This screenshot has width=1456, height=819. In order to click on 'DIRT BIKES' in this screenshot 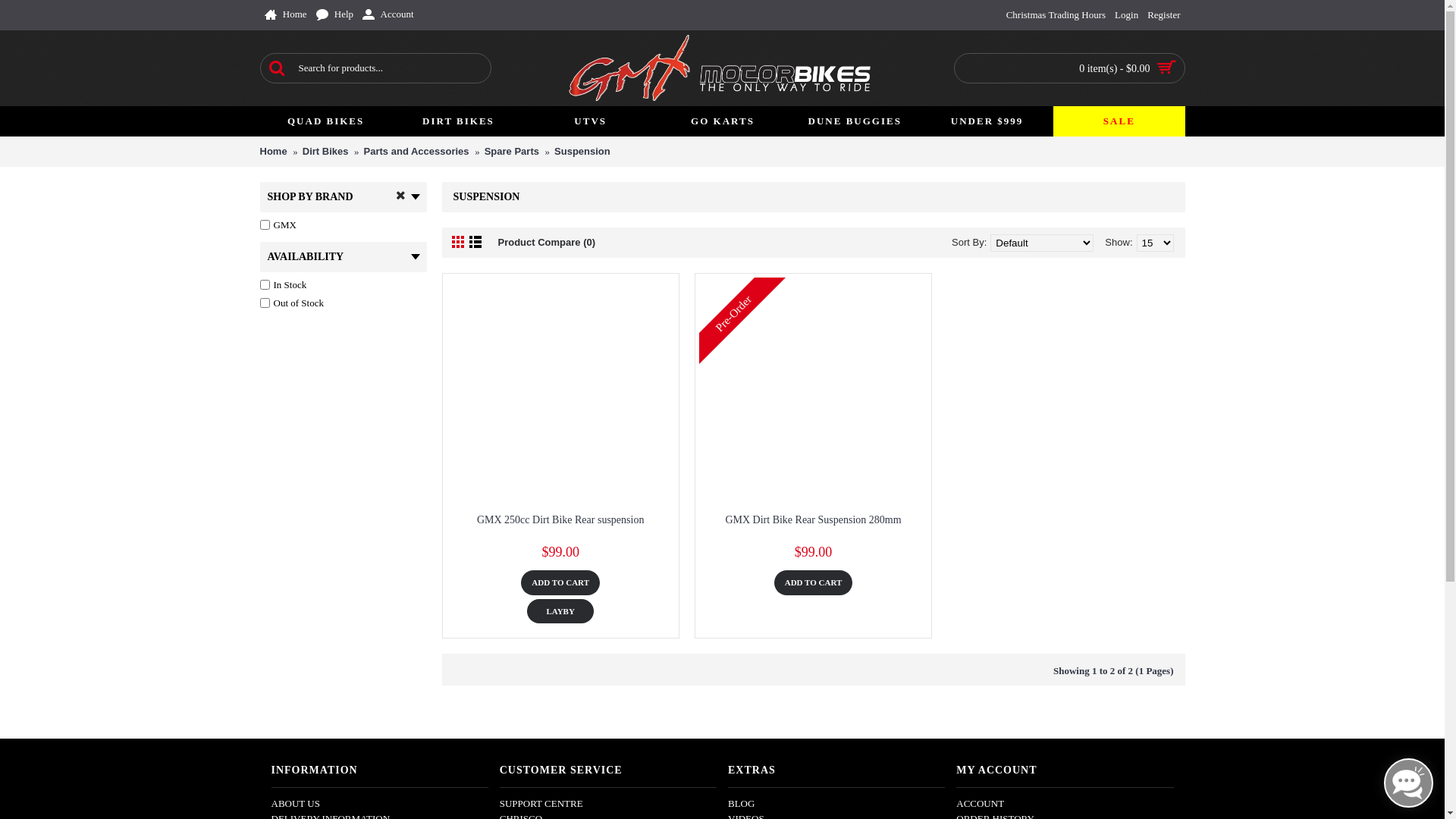, I will do `click(457, 120)`.